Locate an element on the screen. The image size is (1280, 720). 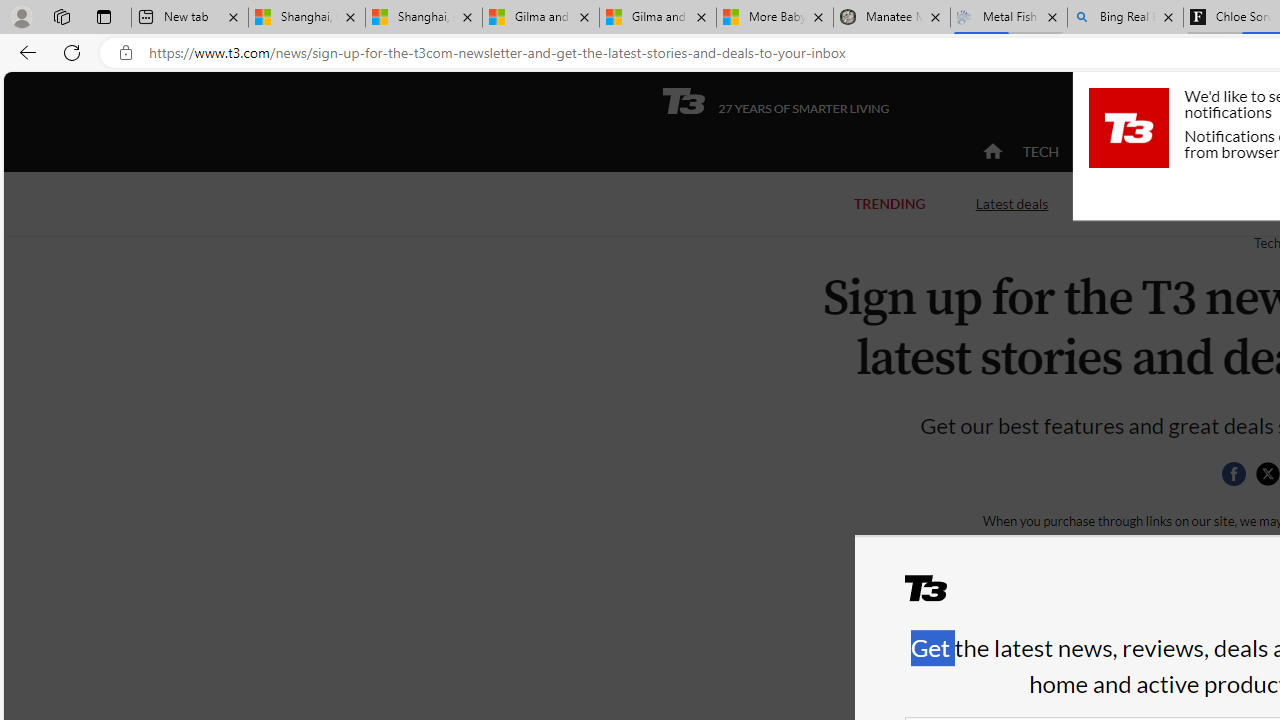
'Share this page on Facebook' is located at coordinates (1232, 474).